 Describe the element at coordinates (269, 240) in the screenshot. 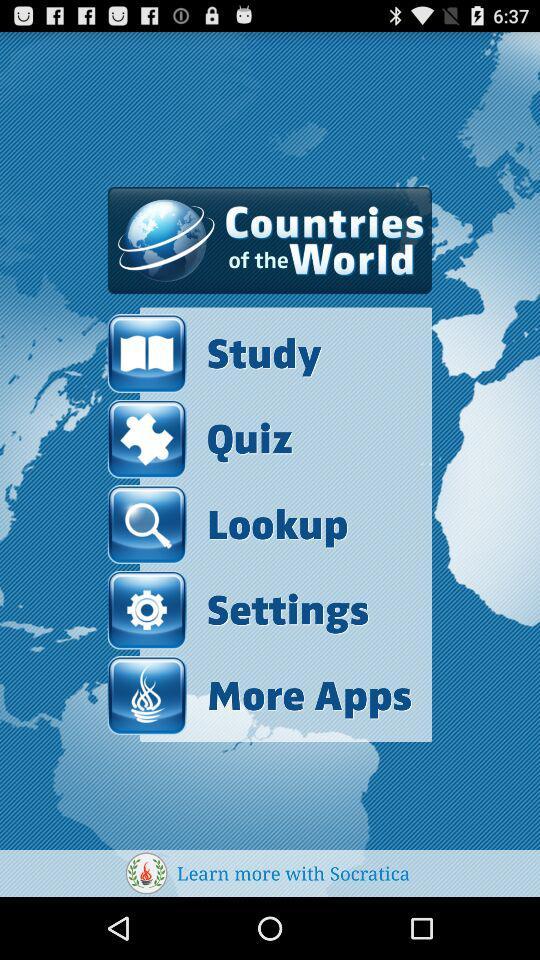

I see `the item above study` at that location.